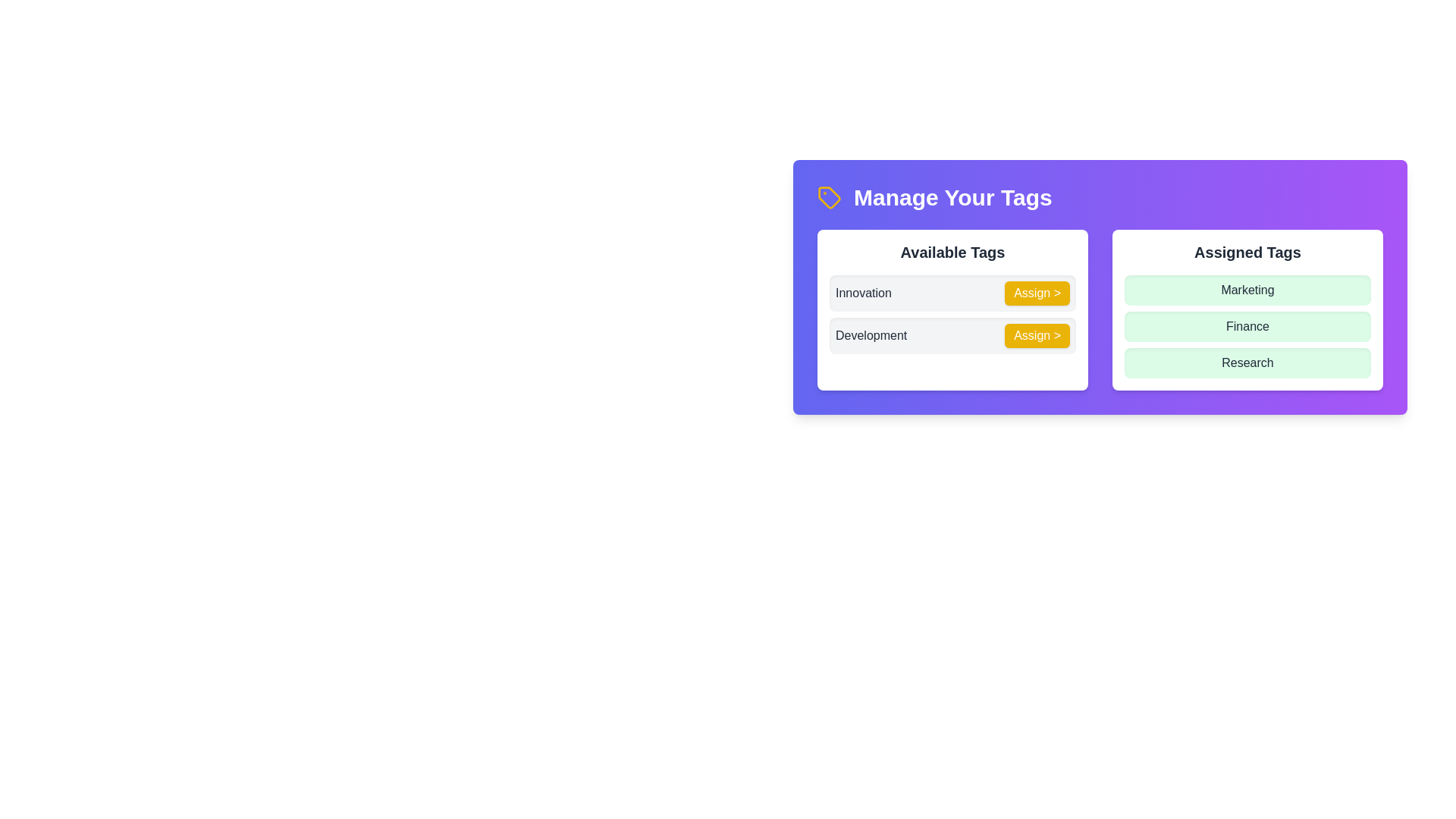  Describe the element at coordinates (829, 197) in the screenshot. I see `the decorative icon located to the left of the heading text 'Manage Your Tags', which serves as a visual marker for tagging functionality` at that location.